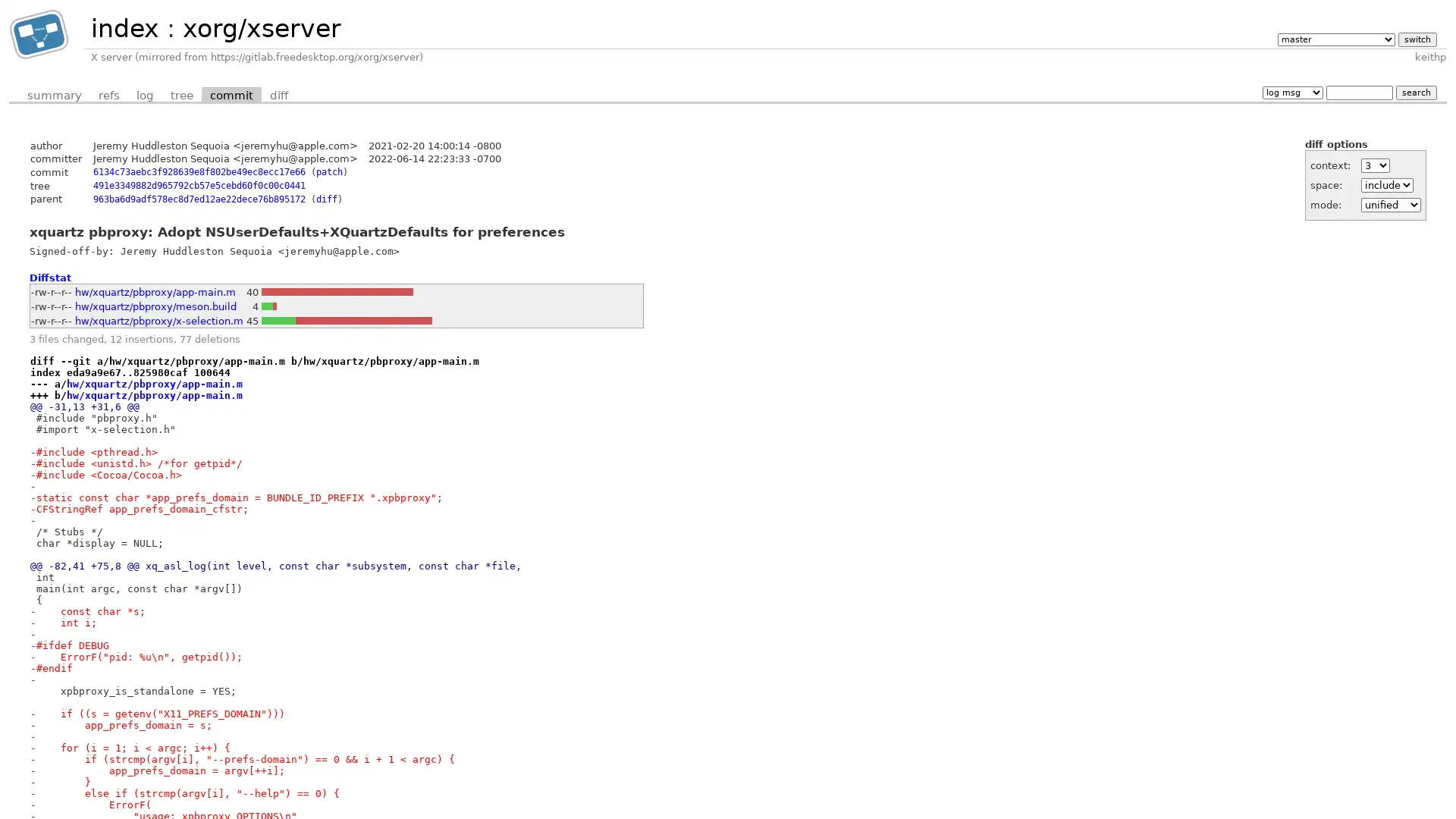  I want to click on switch, so click(1416, 38).